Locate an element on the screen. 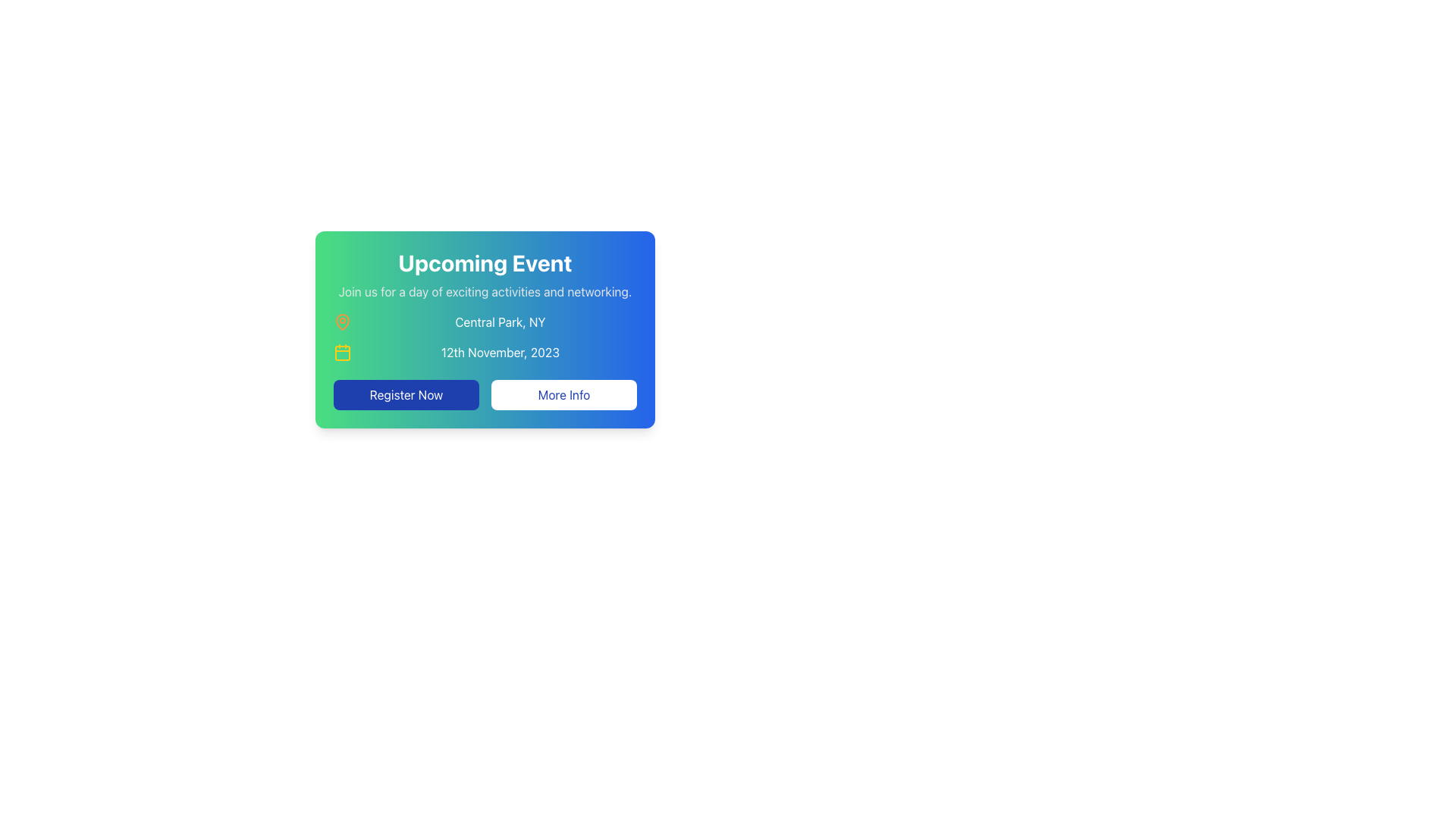 Image resolution: width=1456 pixels, height=819 pixels. the stylized pin icon representing a geographic location, which is orange and located above the calendar icon, adjacent to the text 'Central Park, NY' is located at coordinates (341, 321).